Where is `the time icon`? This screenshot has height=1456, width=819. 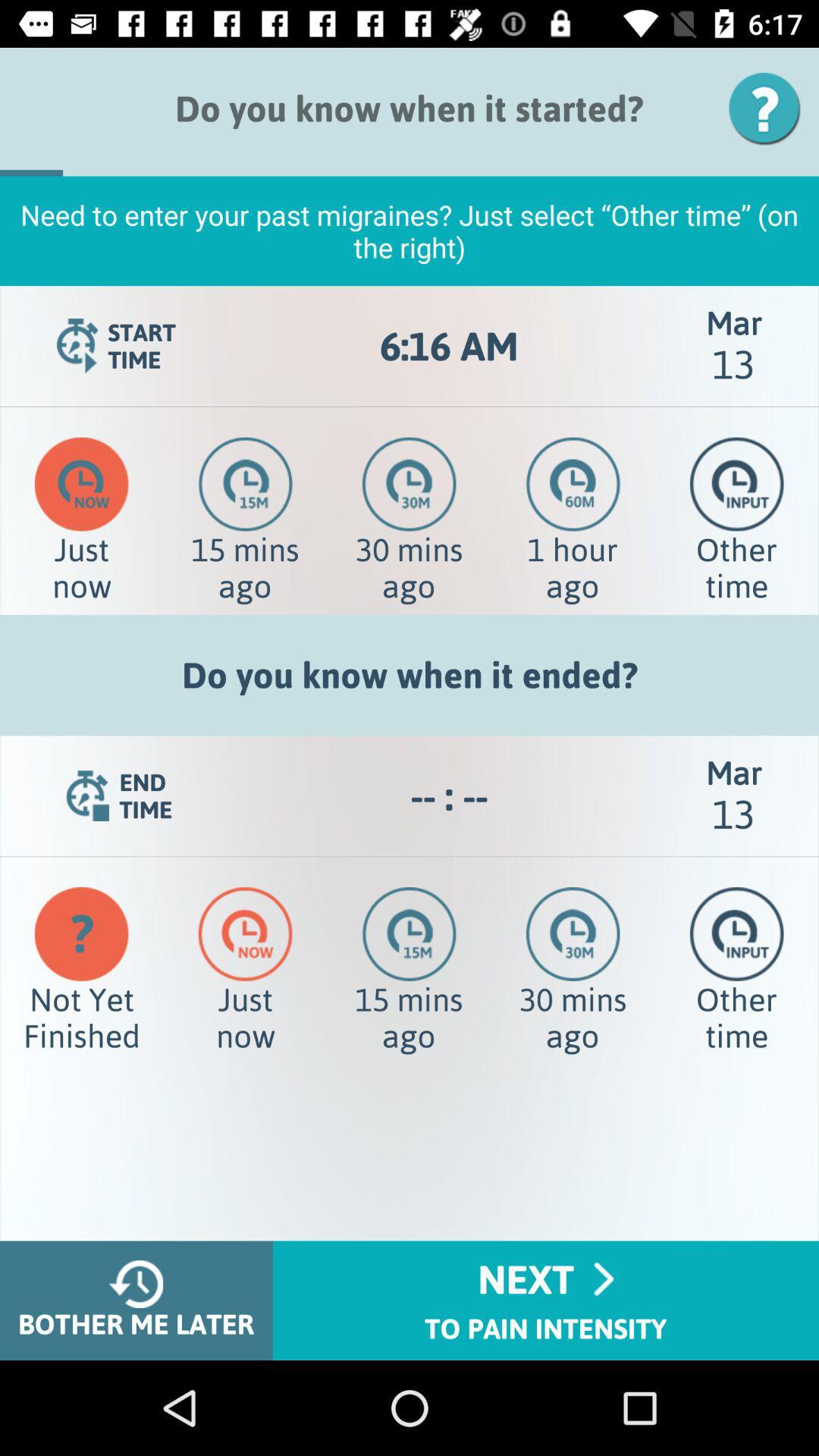
the time icon is located at coordinates (573, 933).